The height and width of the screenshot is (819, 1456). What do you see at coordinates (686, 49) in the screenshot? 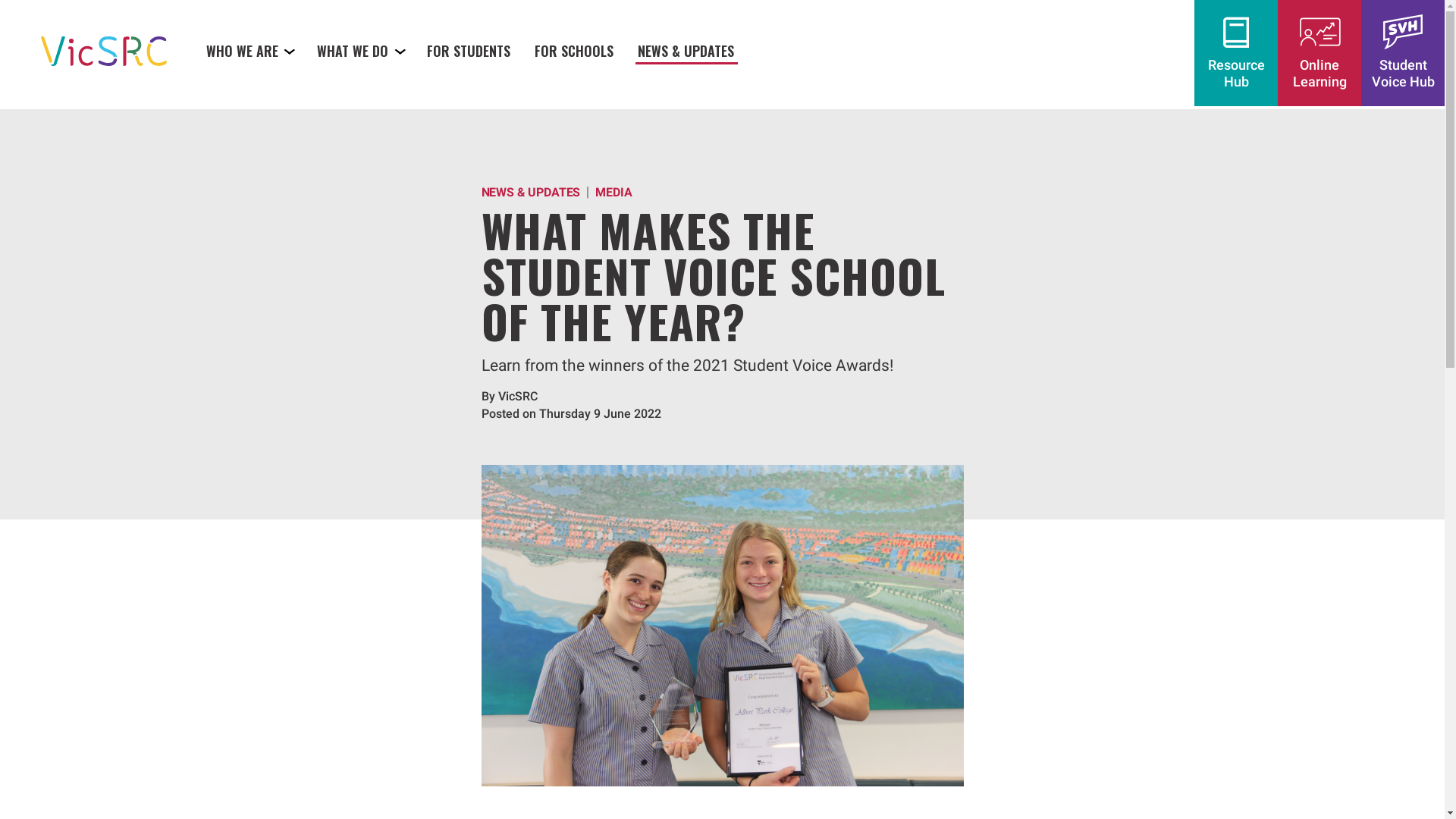
I see `'NEWS & UPDATES'` at bounding box center [686, 49].